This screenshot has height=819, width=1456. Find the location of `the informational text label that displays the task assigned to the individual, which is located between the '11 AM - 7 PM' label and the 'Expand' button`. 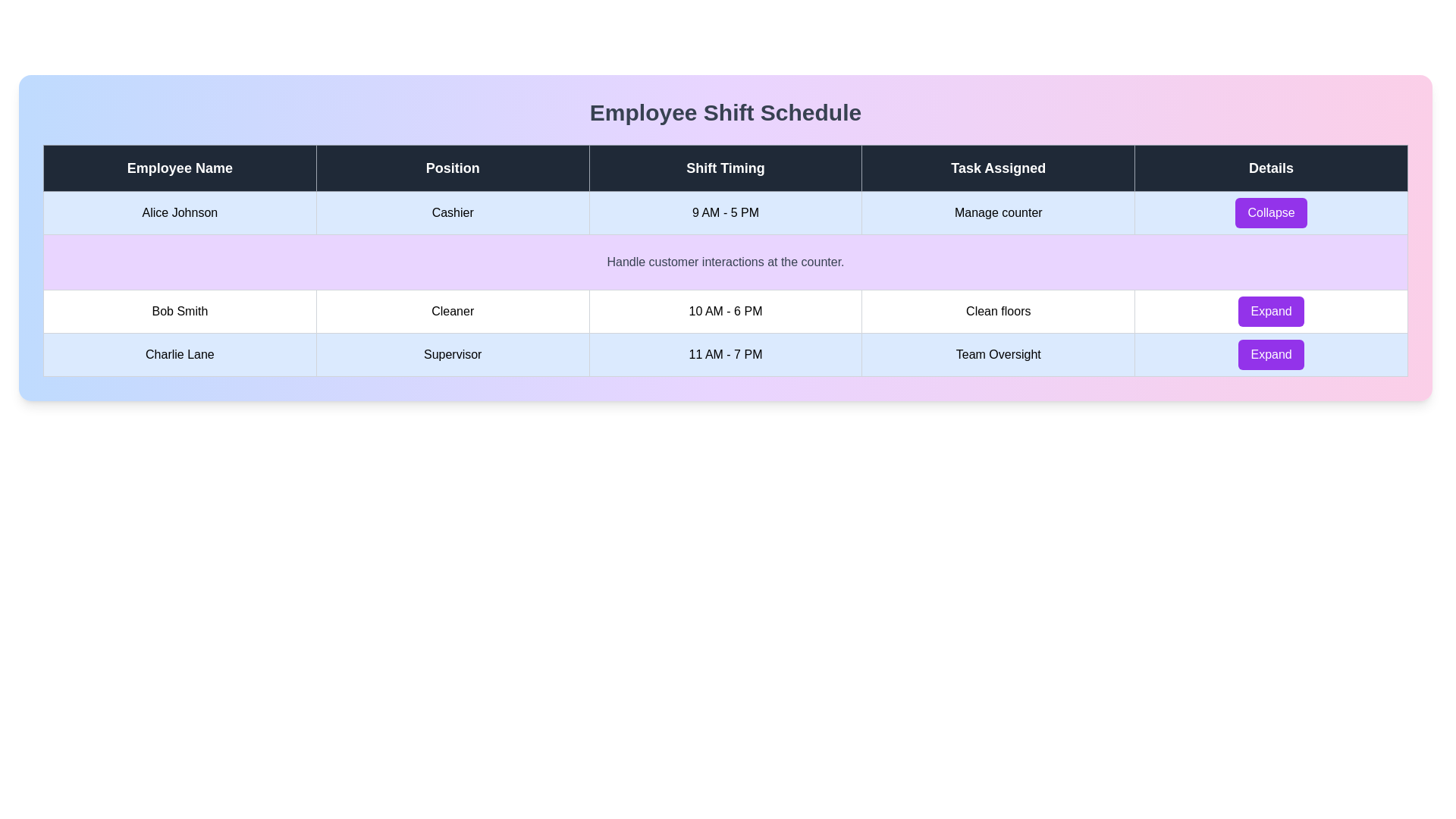

the informational text label that displays the task assigned to the individual, which is located between the '11 AM - 7 PM' label and the 'Expand' button is located at coordinates (998, 354).